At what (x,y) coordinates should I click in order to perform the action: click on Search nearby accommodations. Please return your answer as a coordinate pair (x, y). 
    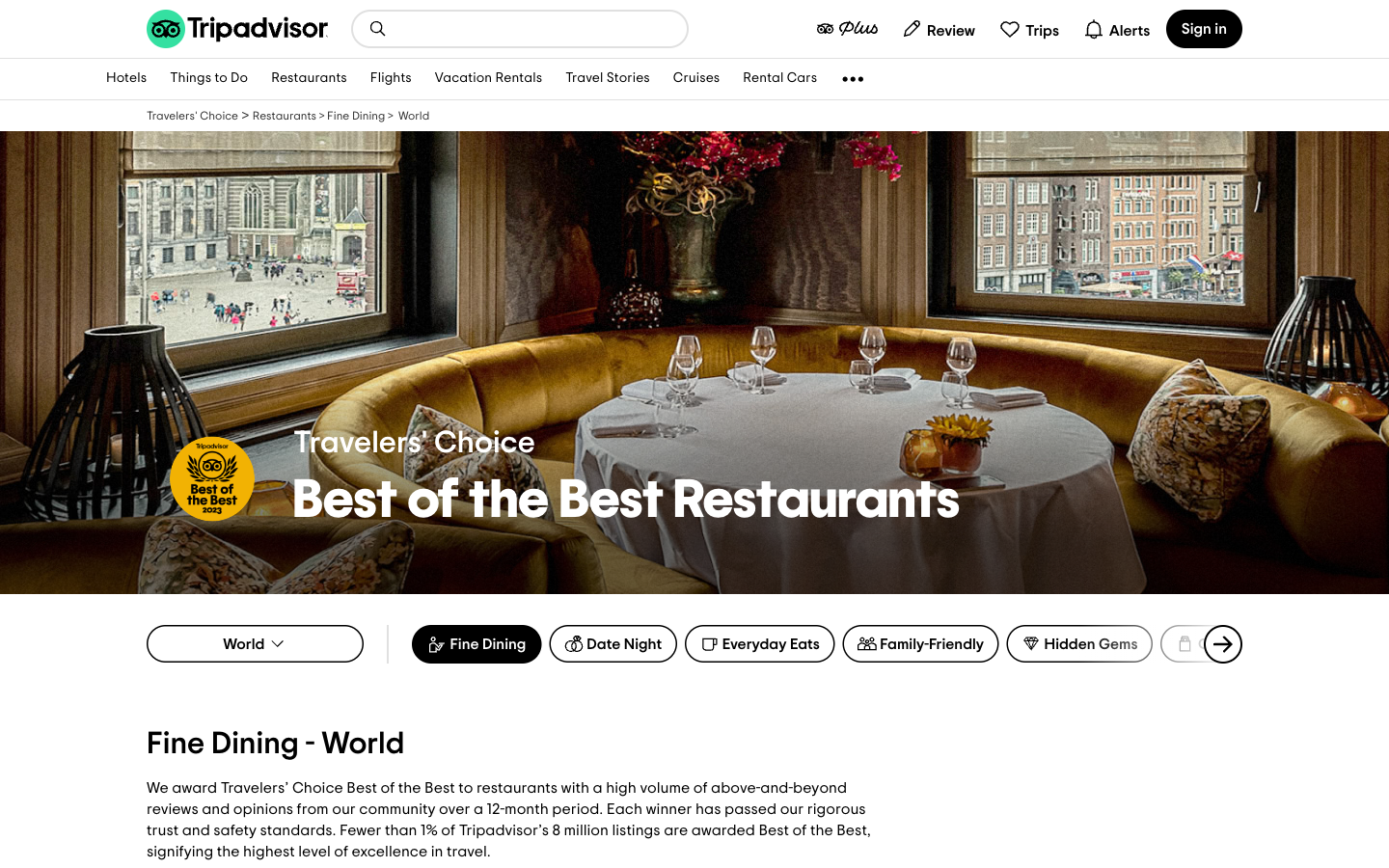
    Looking at the image, I should click on (376, 27).